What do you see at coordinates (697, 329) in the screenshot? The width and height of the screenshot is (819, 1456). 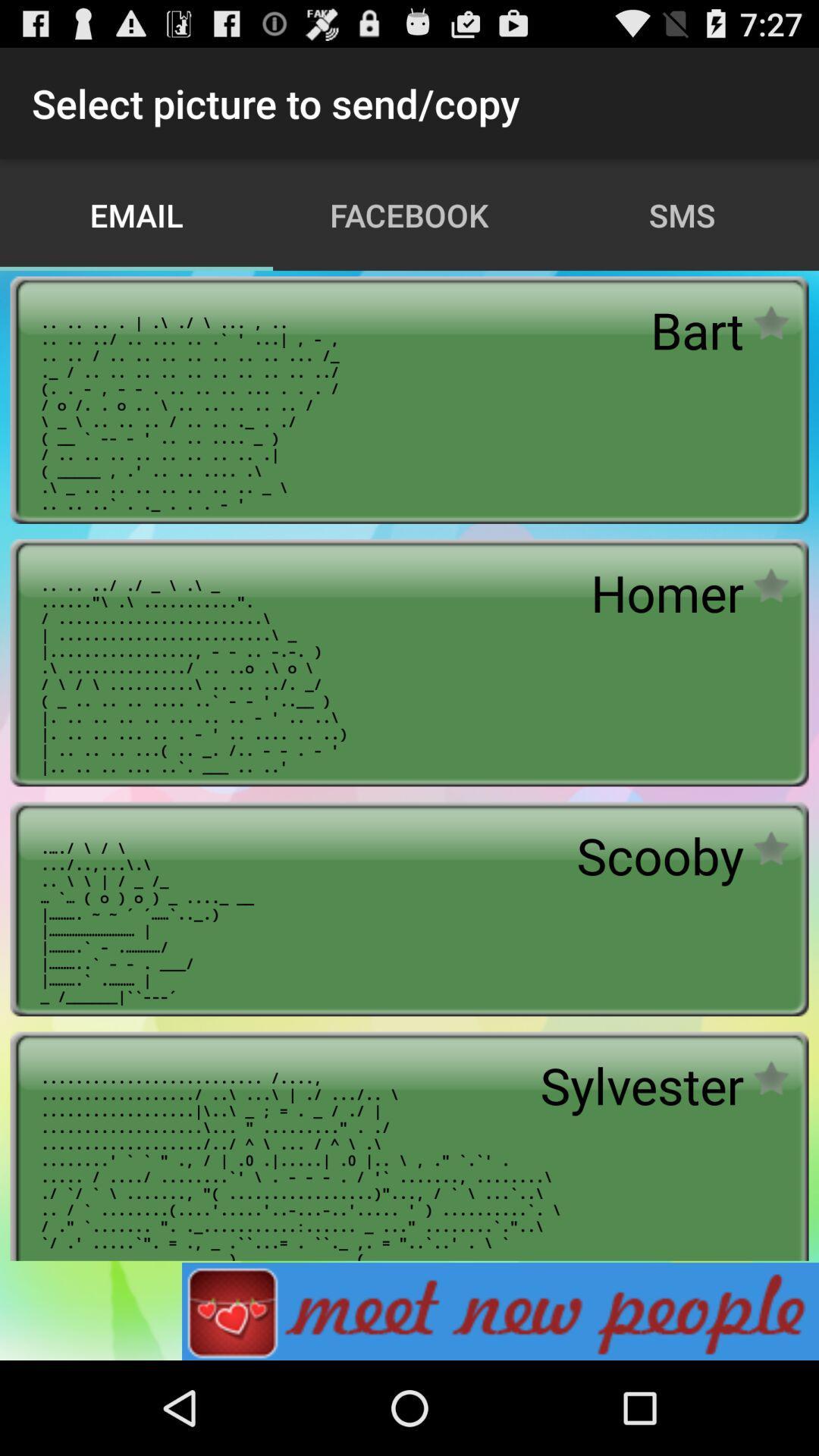 I see `bart app` at bounding box center [697, 329].